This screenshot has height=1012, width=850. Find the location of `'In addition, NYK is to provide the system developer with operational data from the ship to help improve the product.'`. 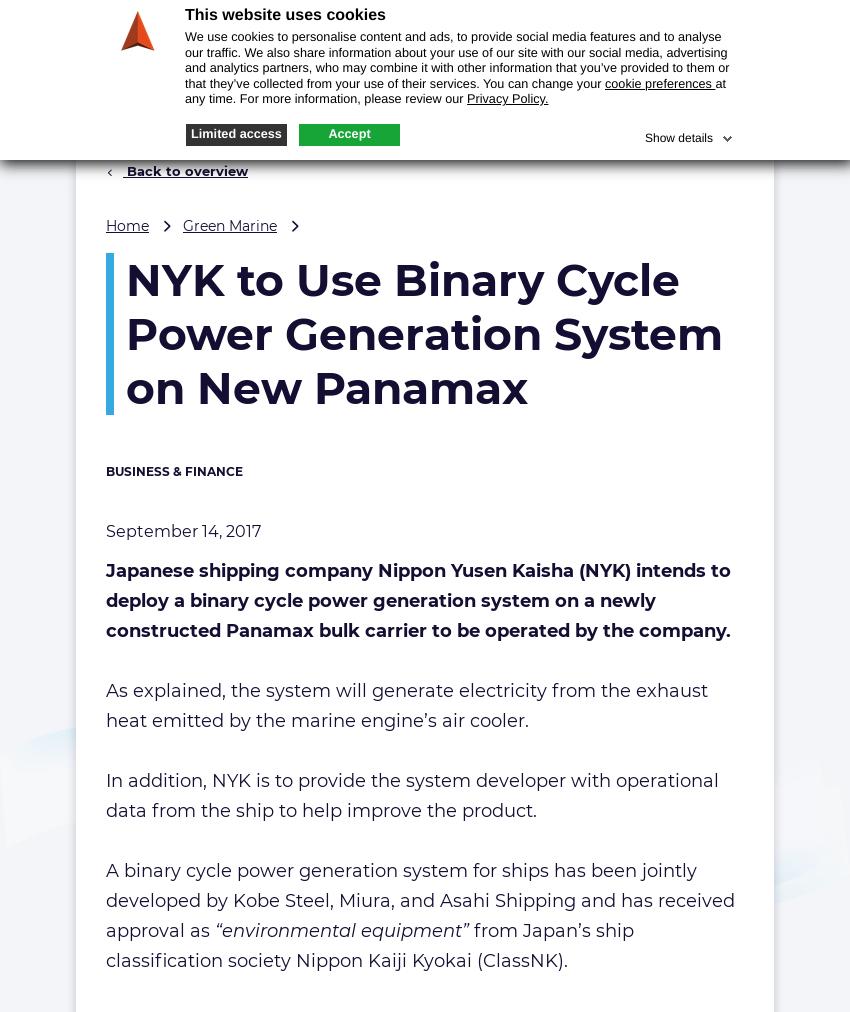

'In addition, NYK is to provide the system developer with operational data from the ship to help improve the product.' is located at coordinates (412, 795).